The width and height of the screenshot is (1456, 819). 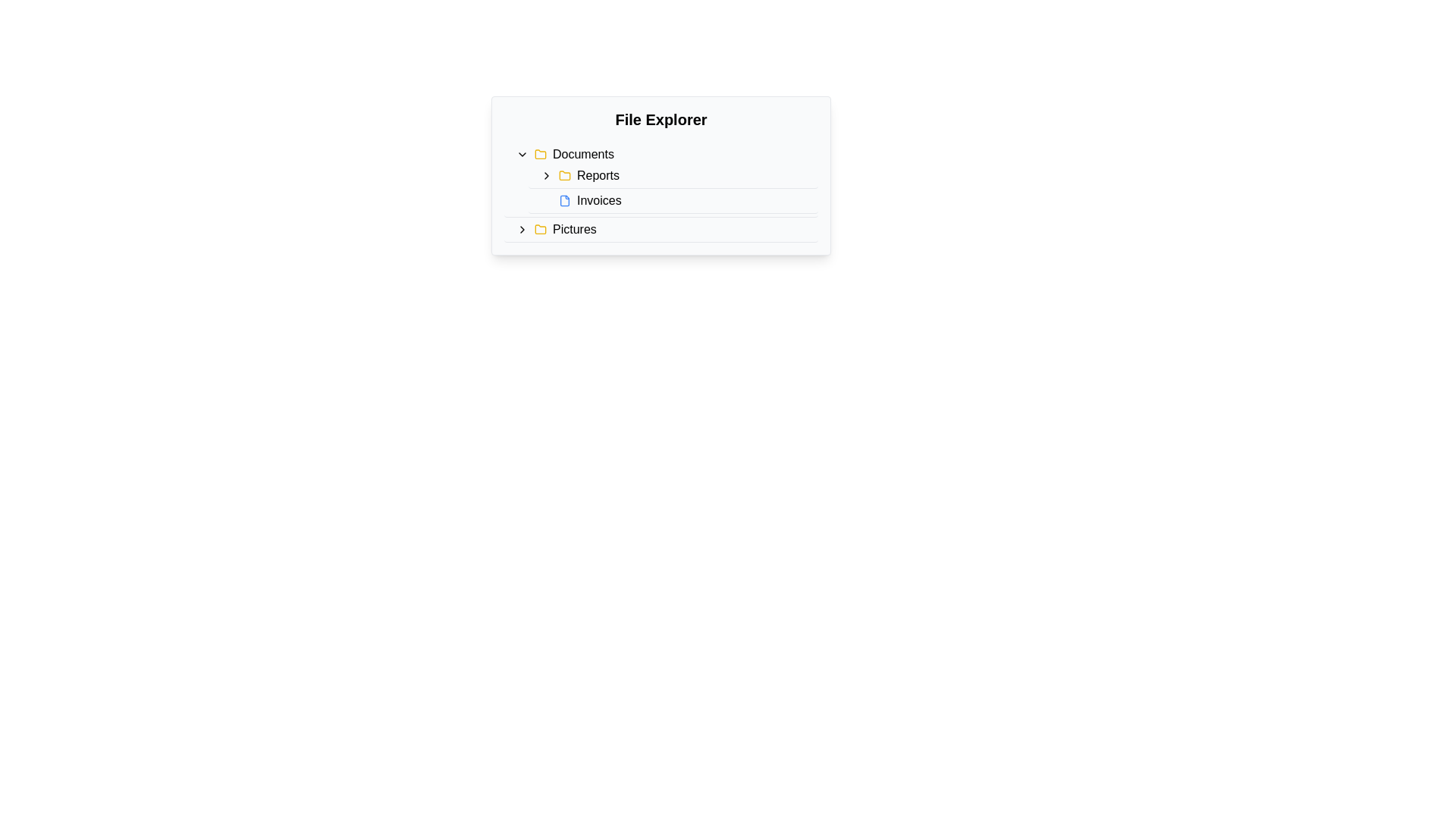 What do you see at coordinates (522, 230) in the screenshot?
I see `the icon-based button located to the left of the 'Pictures' text` at bounding box center [522, 230].